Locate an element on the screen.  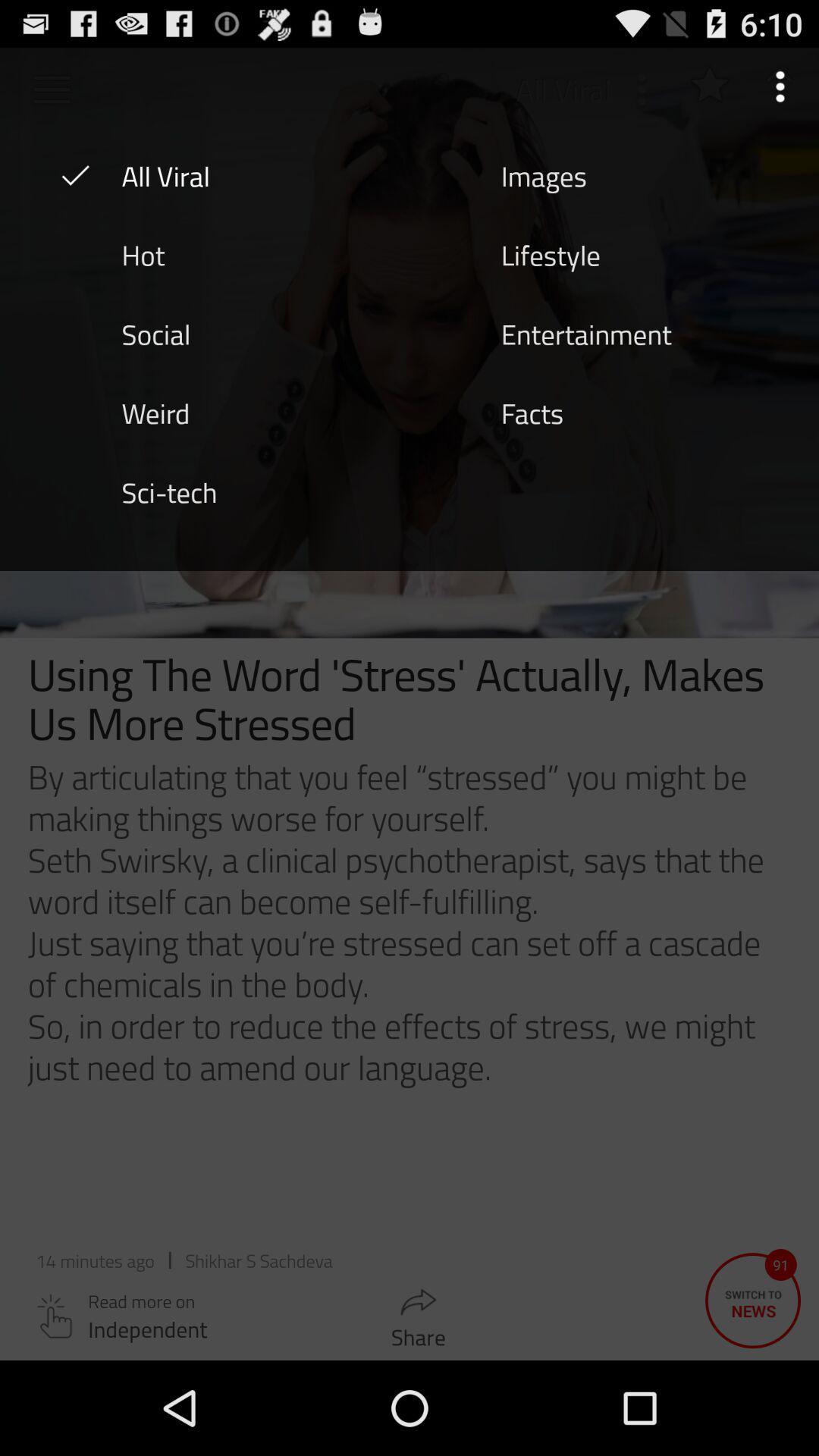
the icon above the weird icon is located at coordinates (155, 332).